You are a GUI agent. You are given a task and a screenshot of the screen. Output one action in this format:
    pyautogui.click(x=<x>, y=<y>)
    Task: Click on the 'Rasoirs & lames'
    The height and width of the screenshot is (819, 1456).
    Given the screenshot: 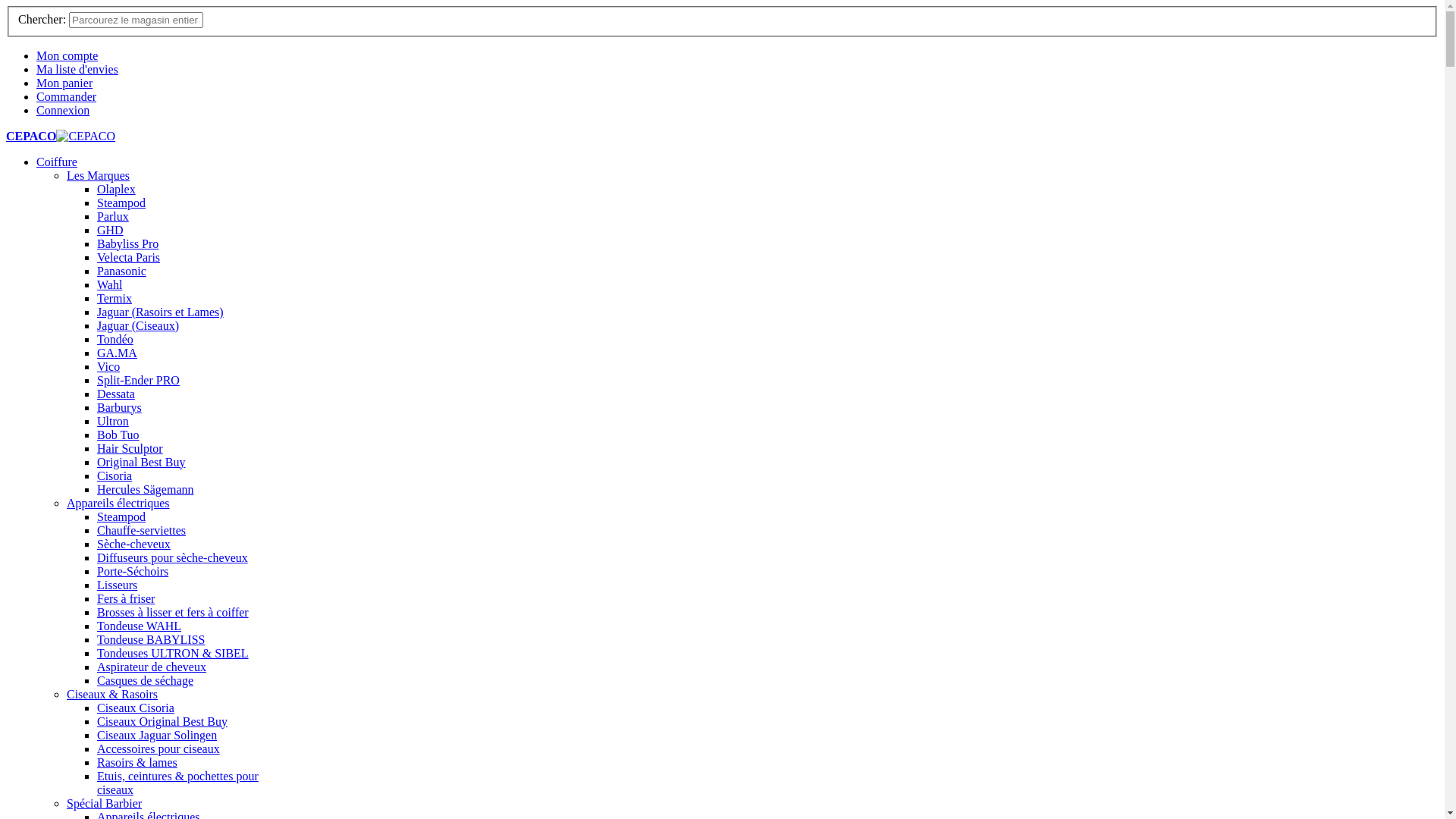 What is the action you would take?
    pyautogui.click(x=137, y=762)
    